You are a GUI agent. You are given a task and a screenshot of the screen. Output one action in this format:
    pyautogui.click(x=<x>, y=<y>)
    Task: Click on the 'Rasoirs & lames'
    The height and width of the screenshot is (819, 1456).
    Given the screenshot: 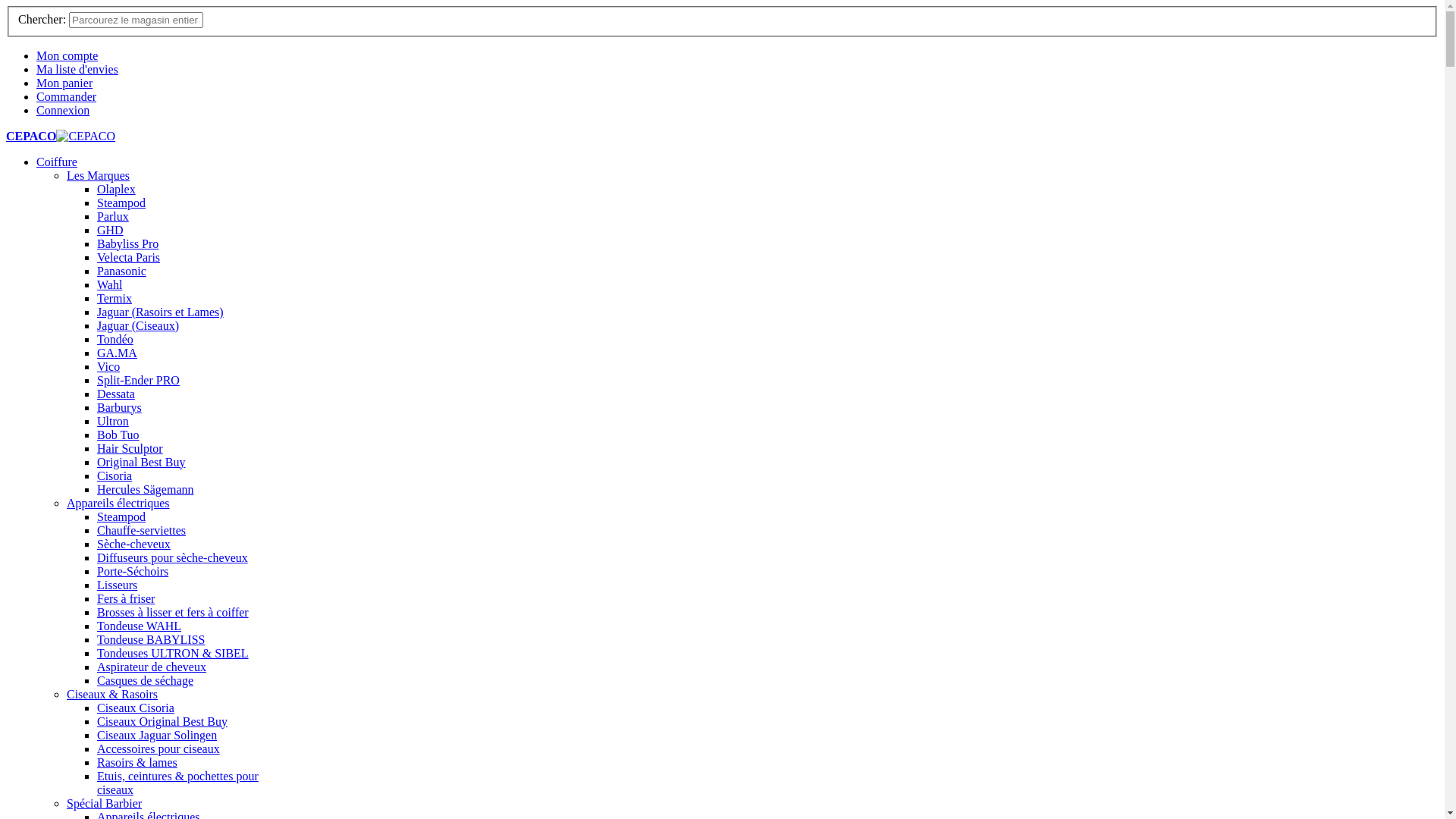 What is the action you would take?
    pyautogui.click(x=137, y=762)
    